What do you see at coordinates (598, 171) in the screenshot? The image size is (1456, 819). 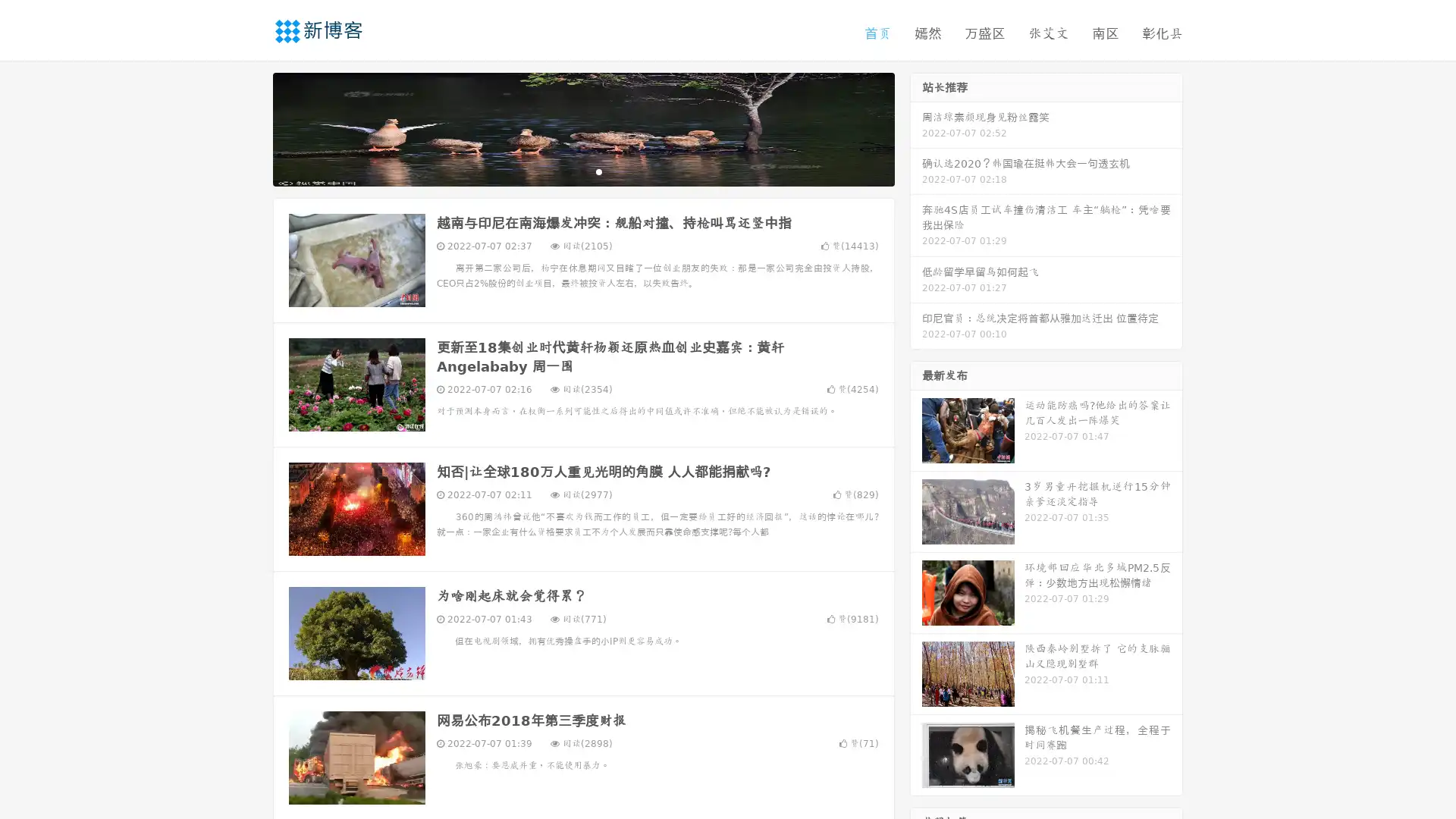 I see `Go to slide 3` at bounding box center [598, 171].